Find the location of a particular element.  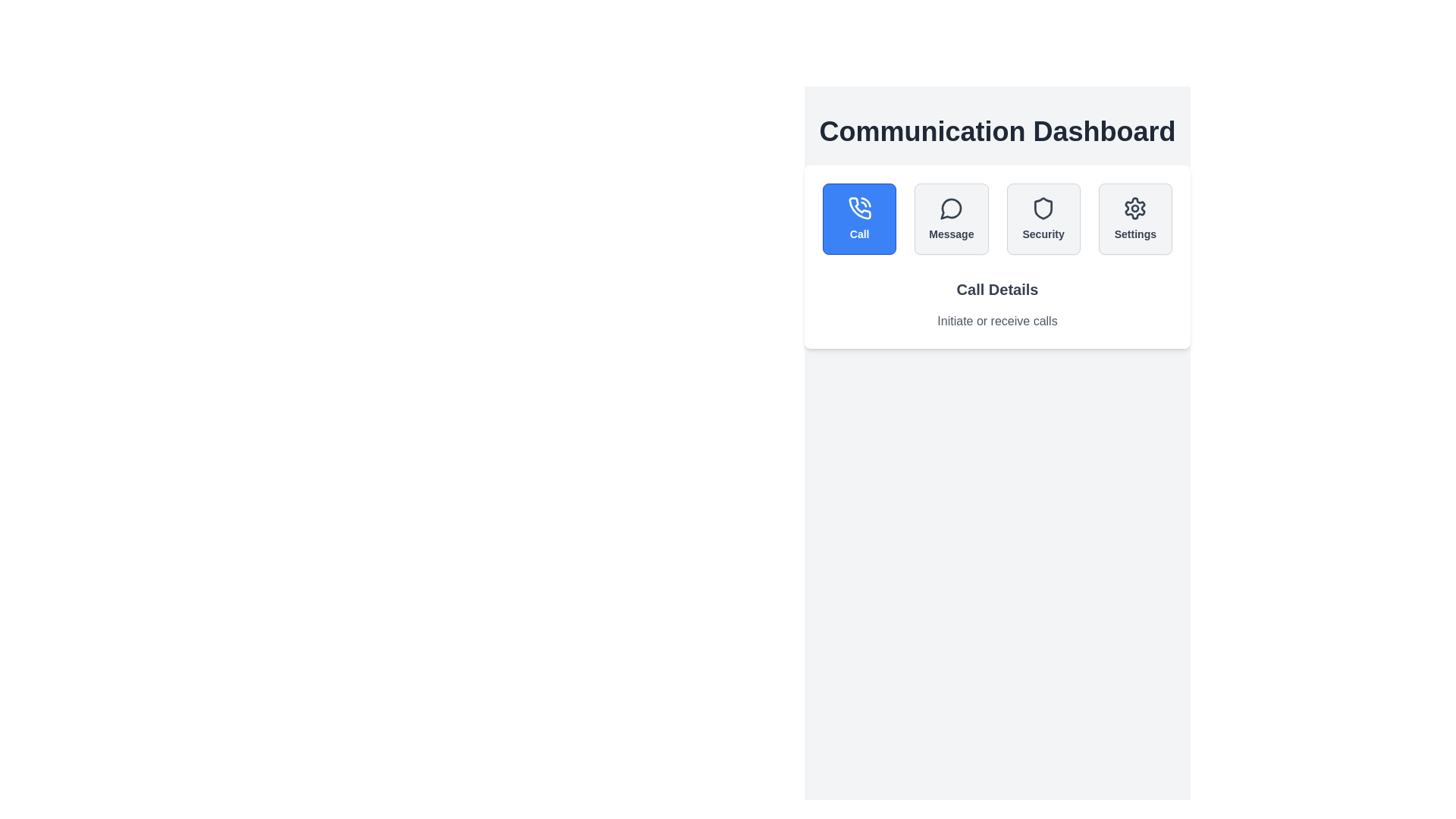

the decorative Icon graphic within the curved phone receiver icon in the 'Call' widget group, located below the 'Communication Dashboard' title is located at coordinates (859, 208).